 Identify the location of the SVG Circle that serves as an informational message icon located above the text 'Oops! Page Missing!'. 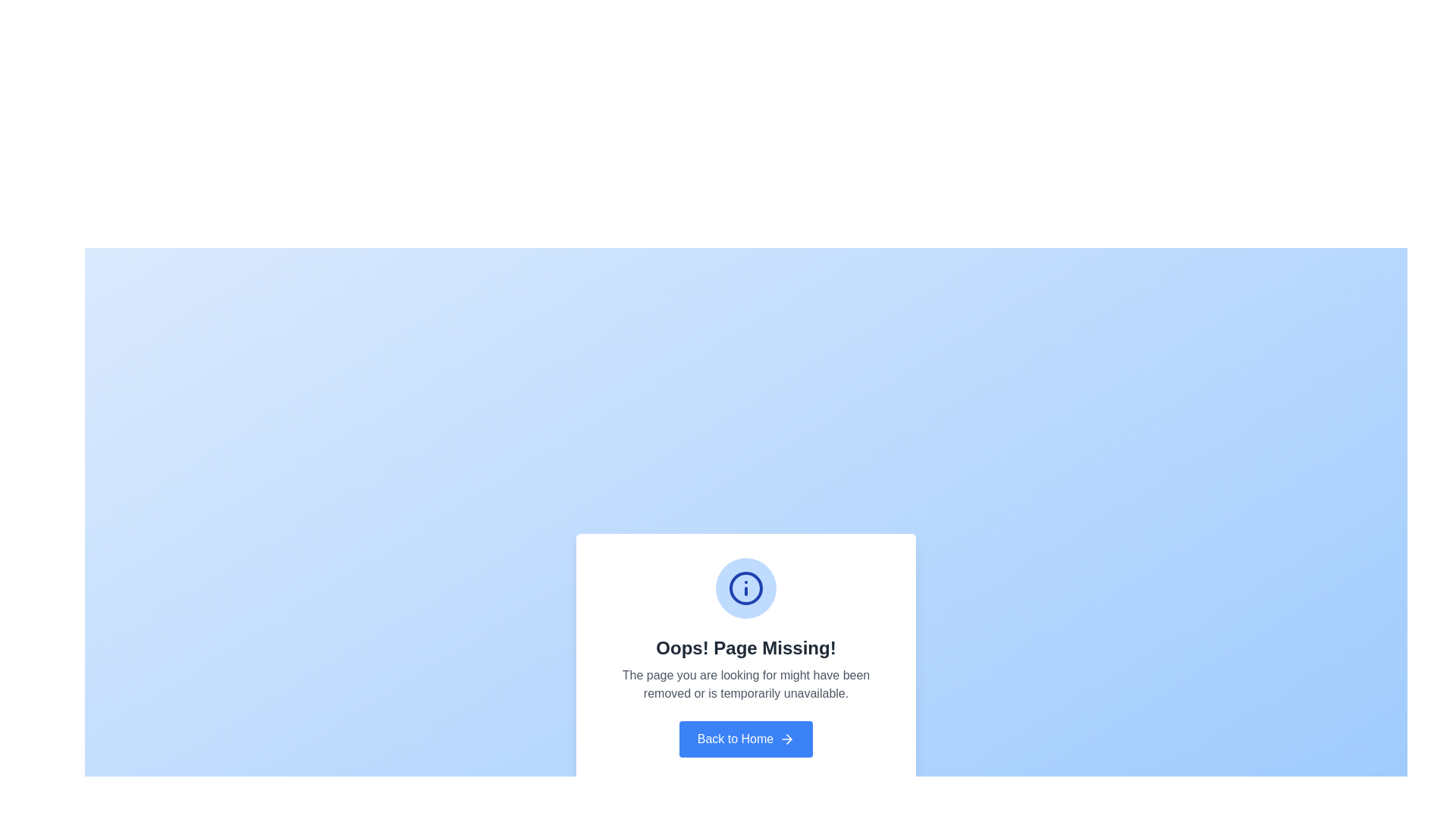
(745, 587).